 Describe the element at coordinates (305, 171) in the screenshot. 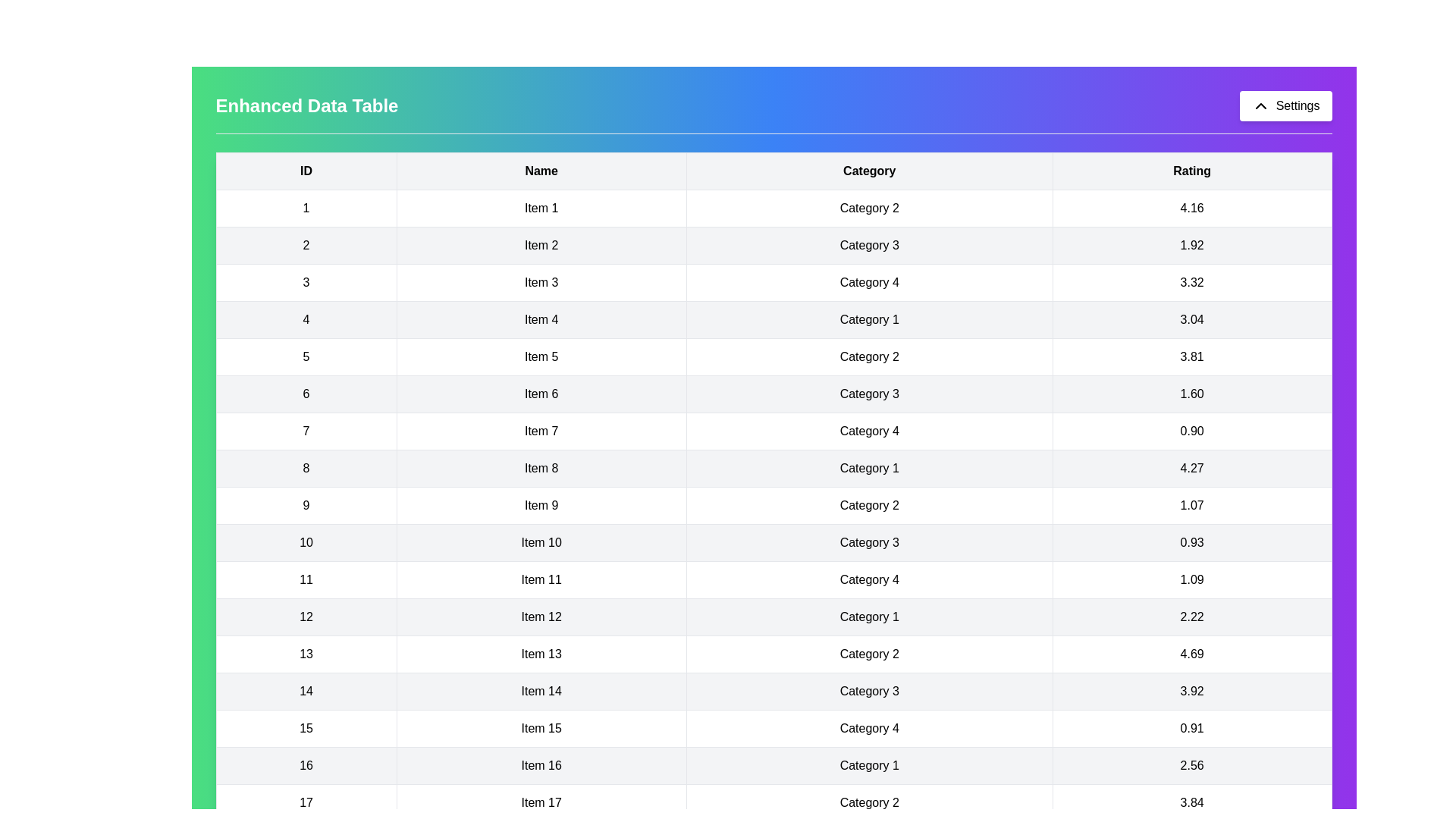

I see `the table header ID to examine it` at that location.